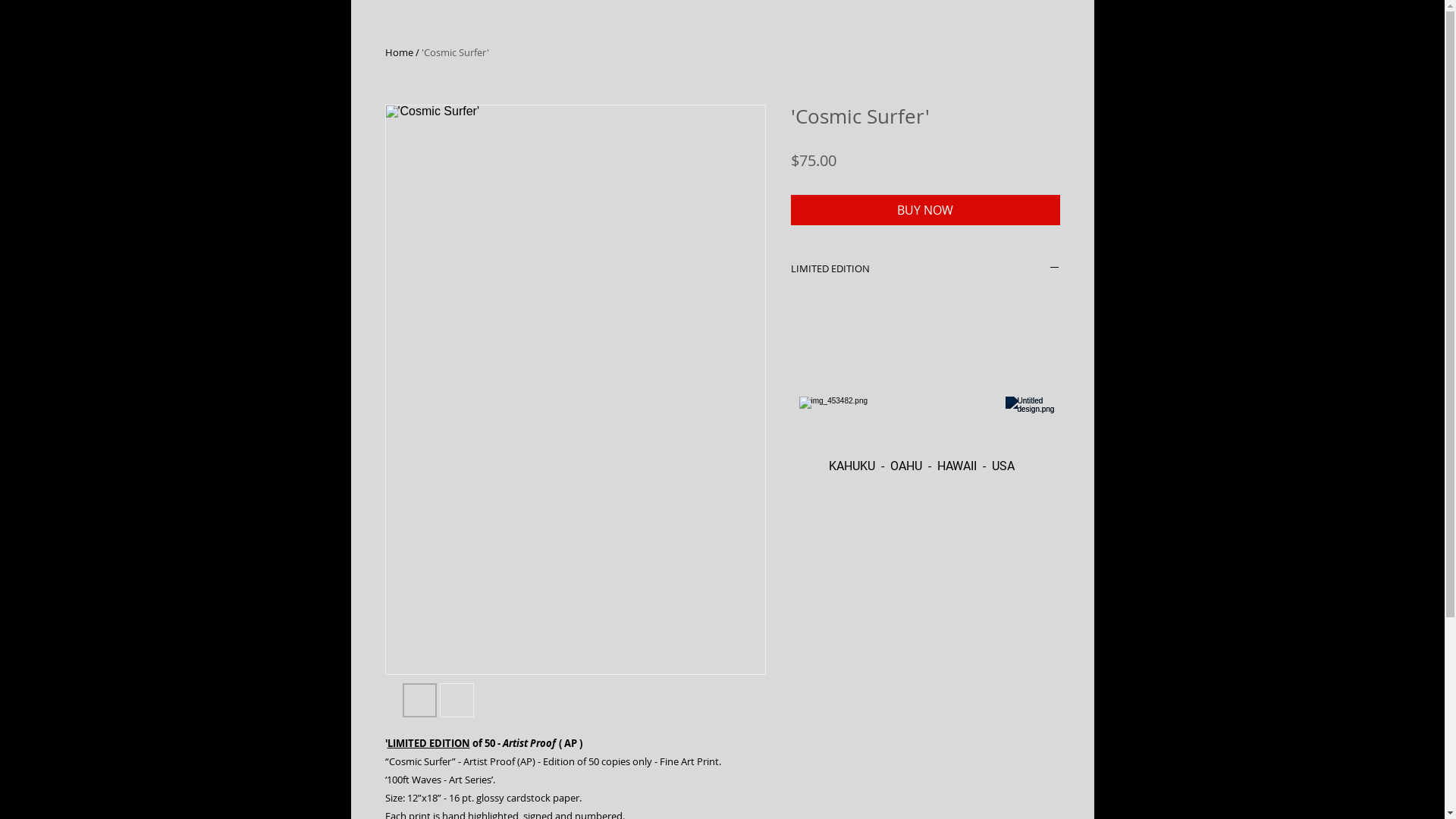  What do you see at coordinates (924, 210) in the screenshot?
I see `'BUY NOW'` at bounding box center [924, 210].